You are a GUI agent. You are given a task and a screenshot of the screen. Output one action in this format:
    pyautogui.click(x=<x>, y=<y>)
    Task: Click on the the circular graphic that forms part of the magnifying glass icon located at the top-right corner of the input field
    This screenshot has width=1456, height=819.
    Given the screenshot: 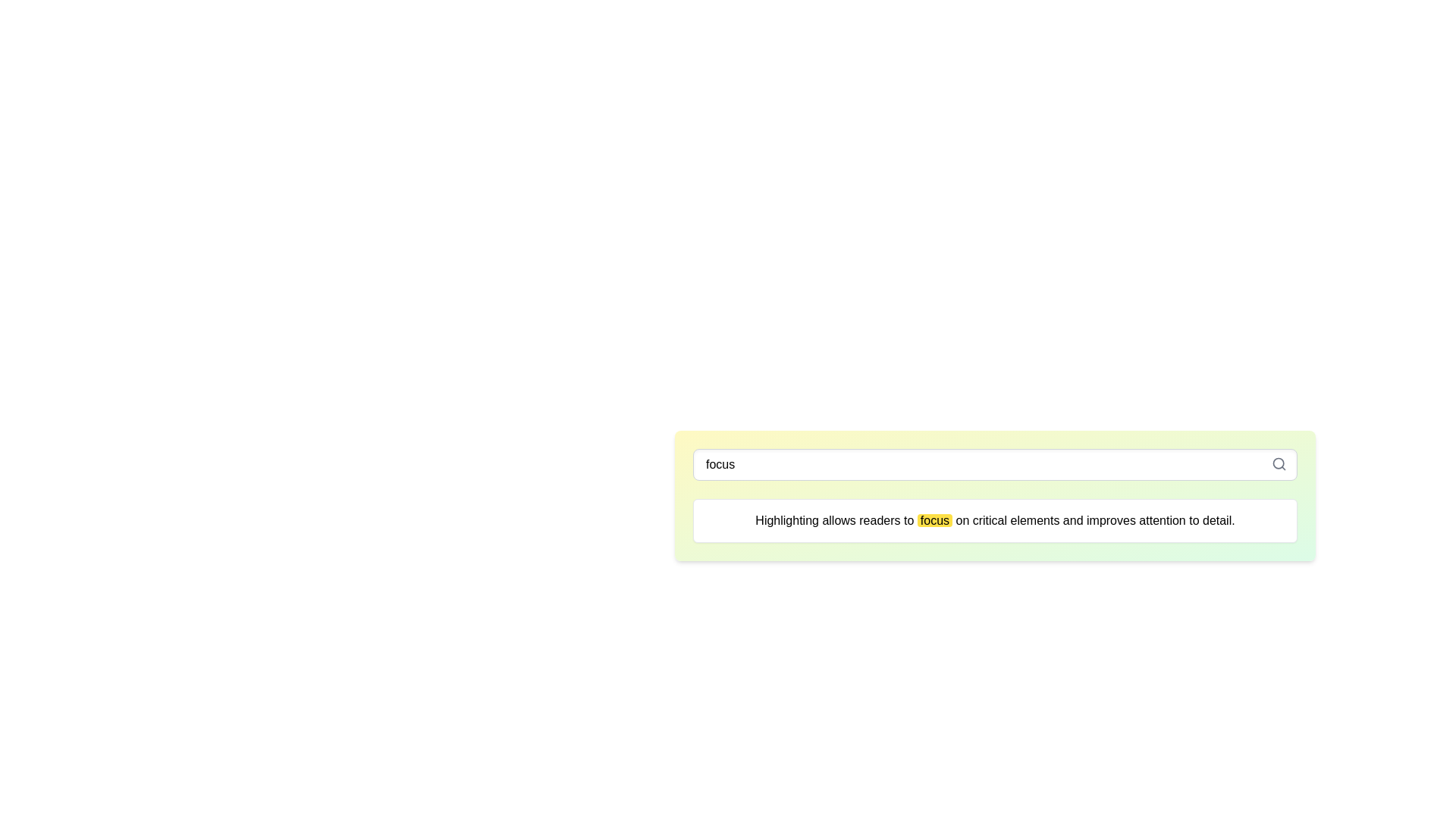 What is the action you would take?
    pyautogui.click(x=1278, y=463)
    